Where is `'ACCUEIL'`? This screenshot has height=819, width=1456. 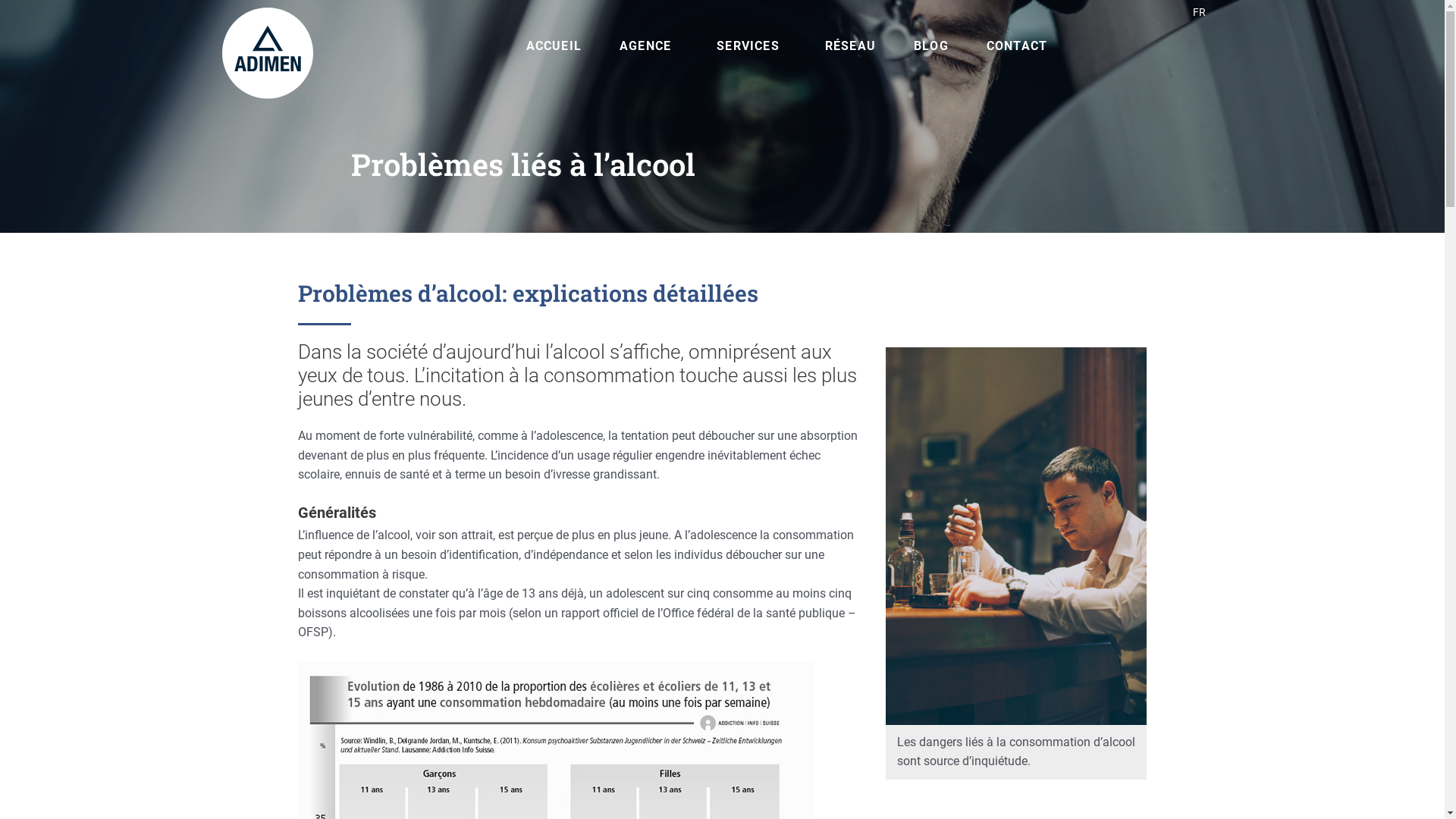 'ACCUEIL' is located at coordinates (519, 45).